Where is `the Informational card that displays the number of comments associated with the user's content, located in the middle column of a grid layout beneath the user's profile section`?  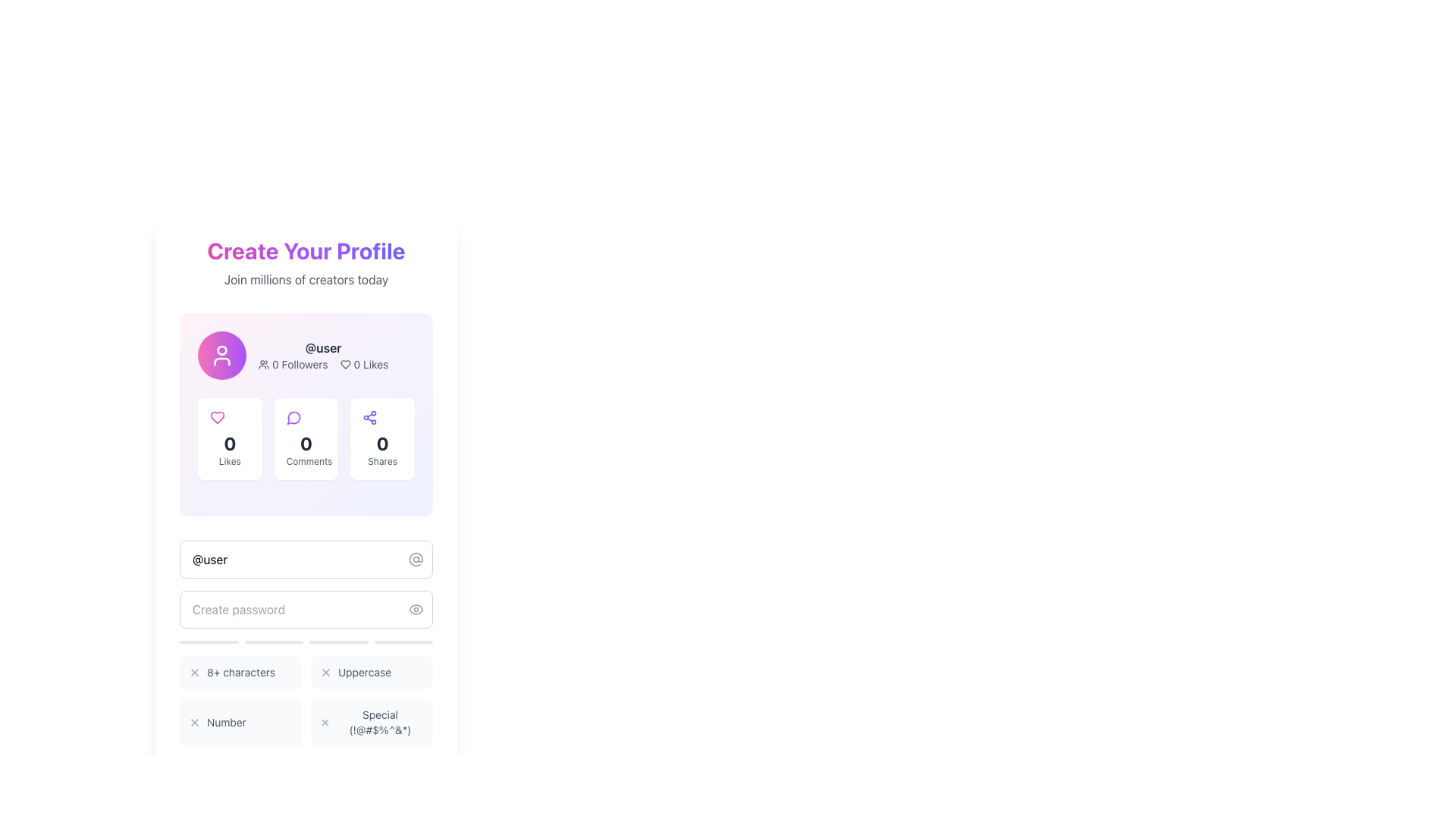
the Informational card that displays the number of comments associated with the user's content, located in the middle column of a grid layout beneath the user's profile section is located at coordinates (305, 438).